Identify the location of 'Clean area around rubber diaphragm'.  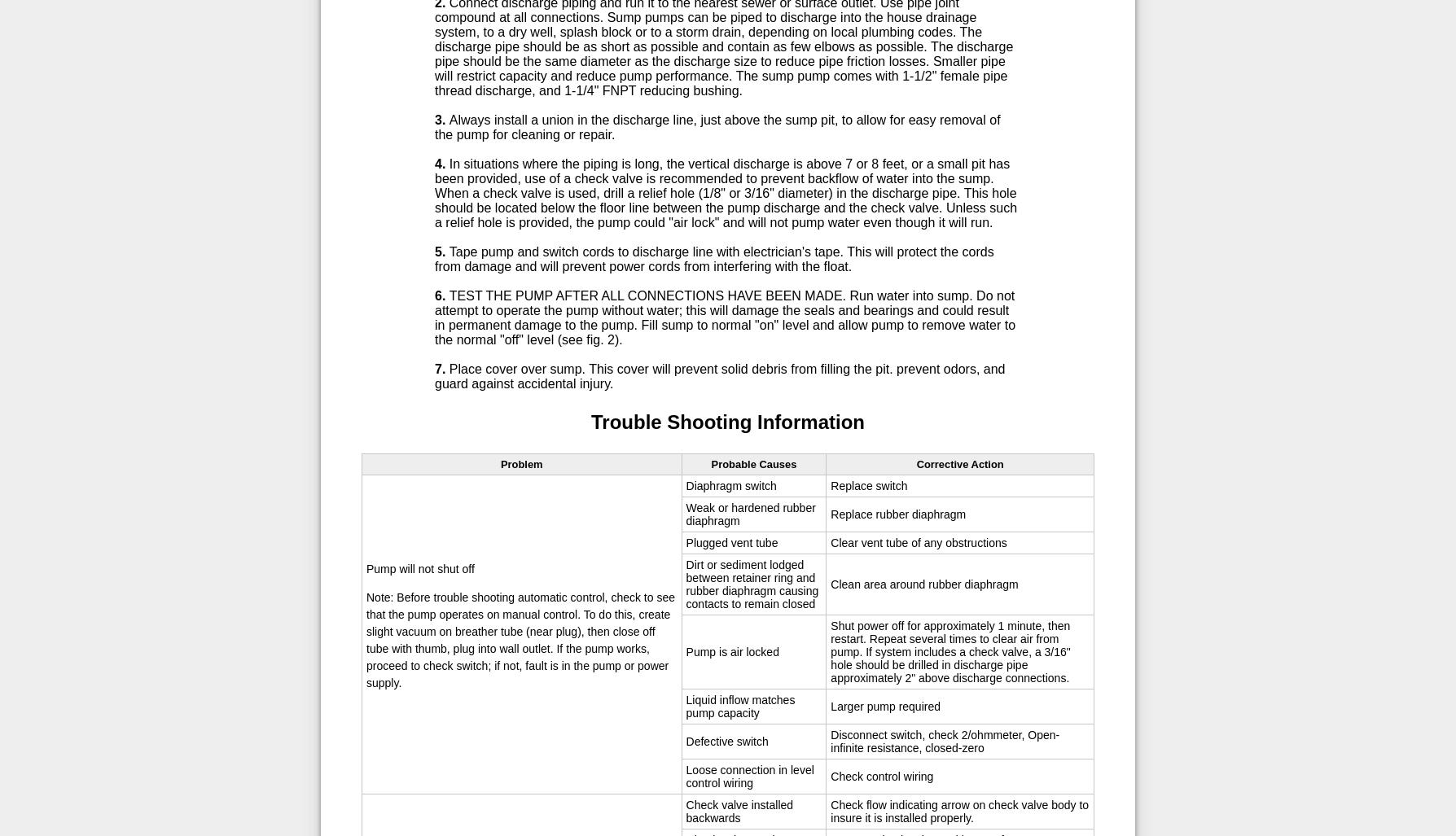
(923, 583).